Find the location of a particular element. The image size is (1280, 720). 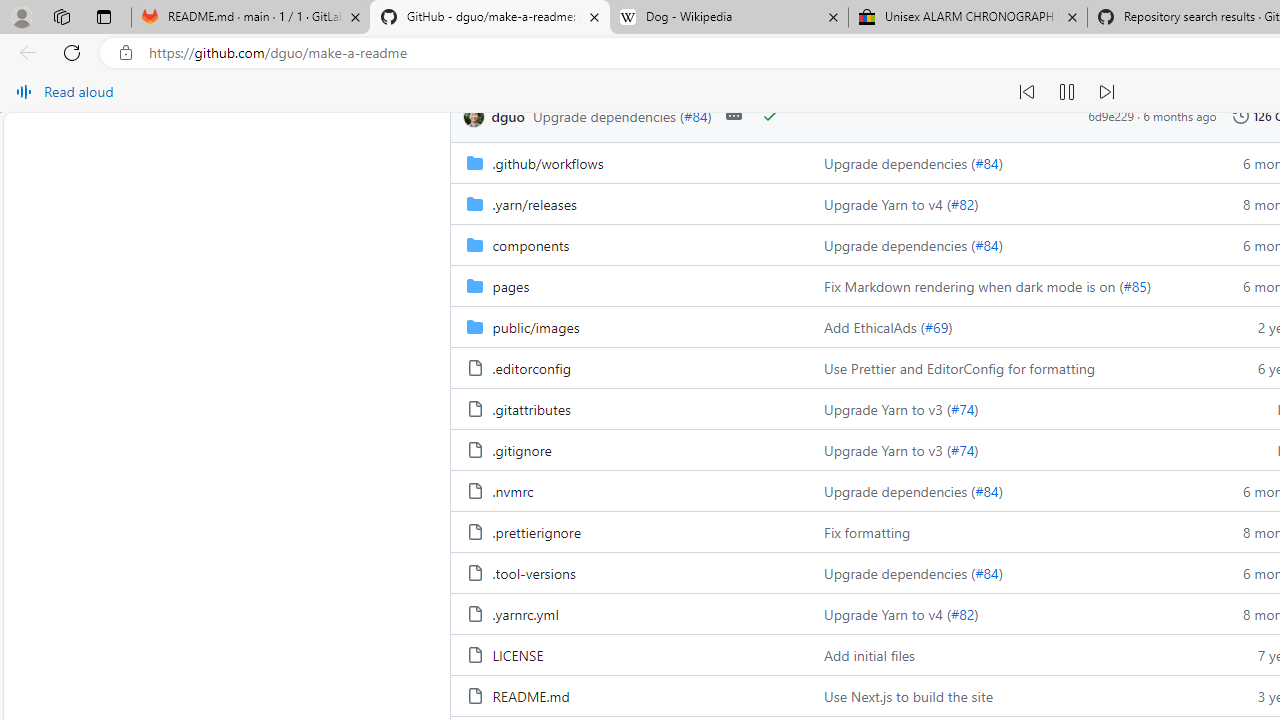

'Use Next.js to build the site' is located at coordinates (907, 695).